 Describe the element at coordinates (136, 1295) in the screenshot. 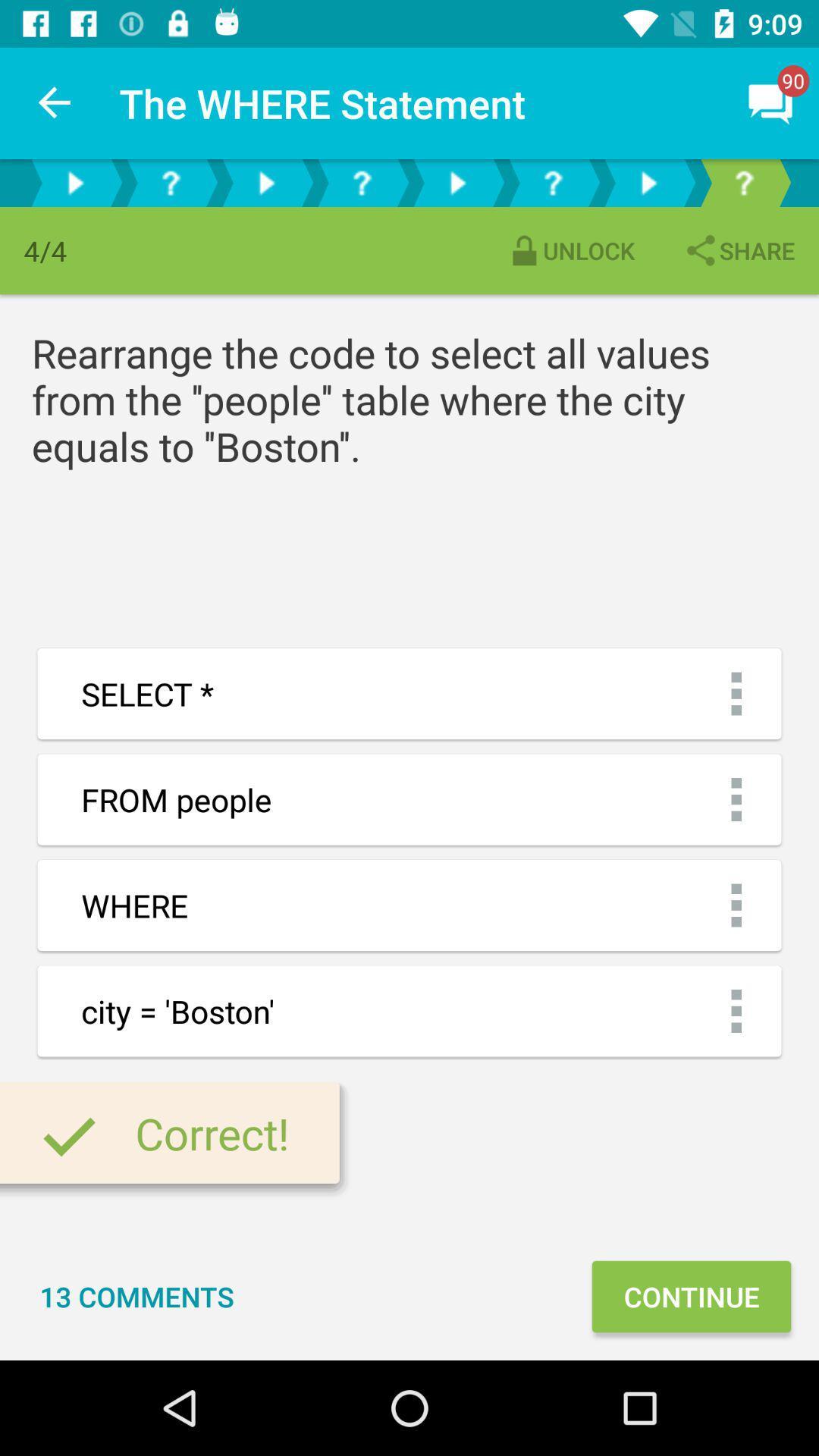

I see `13 comments icon` at that location.